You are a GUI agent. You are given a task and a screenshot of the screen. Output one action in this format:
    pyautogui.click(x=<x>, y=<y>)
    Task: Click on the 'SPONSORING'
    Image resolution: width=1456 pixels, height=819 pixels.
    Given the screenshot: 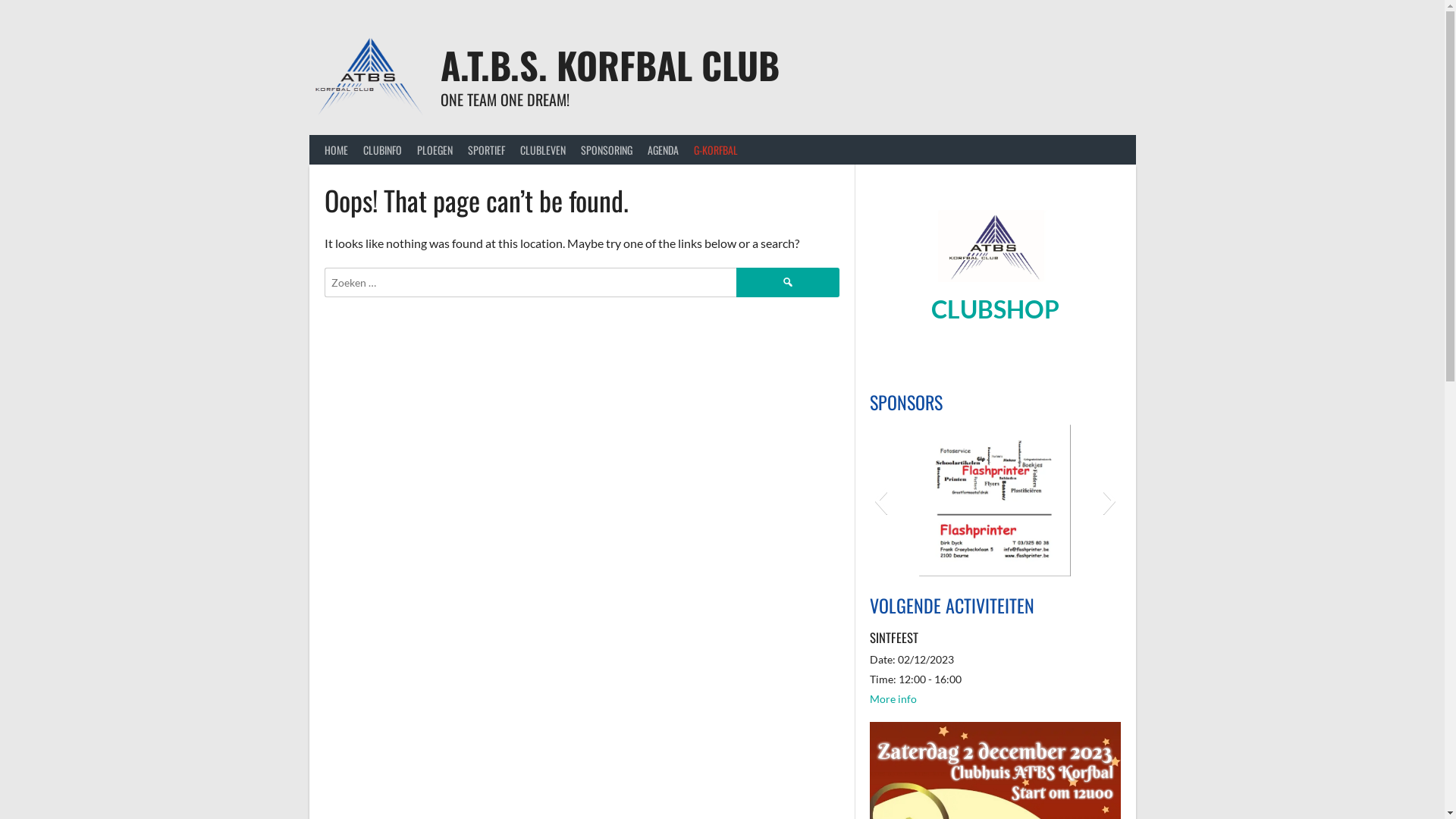 What is the action you would take?
    pyautogui.click(x=607, y=149)
    